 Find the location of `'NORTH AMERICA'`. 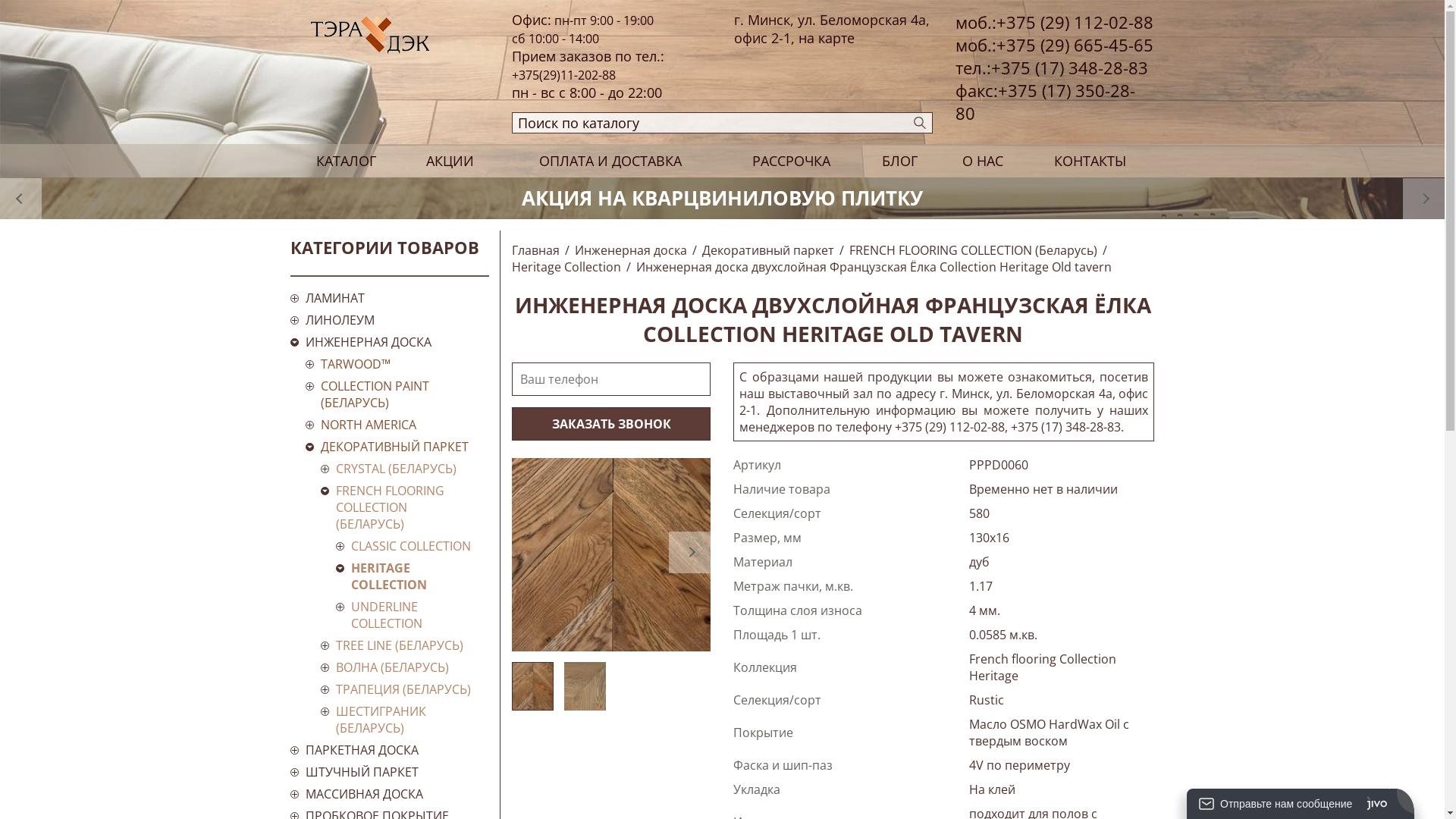

'NORTH AMERICA' is located at coordinates (397, 424).